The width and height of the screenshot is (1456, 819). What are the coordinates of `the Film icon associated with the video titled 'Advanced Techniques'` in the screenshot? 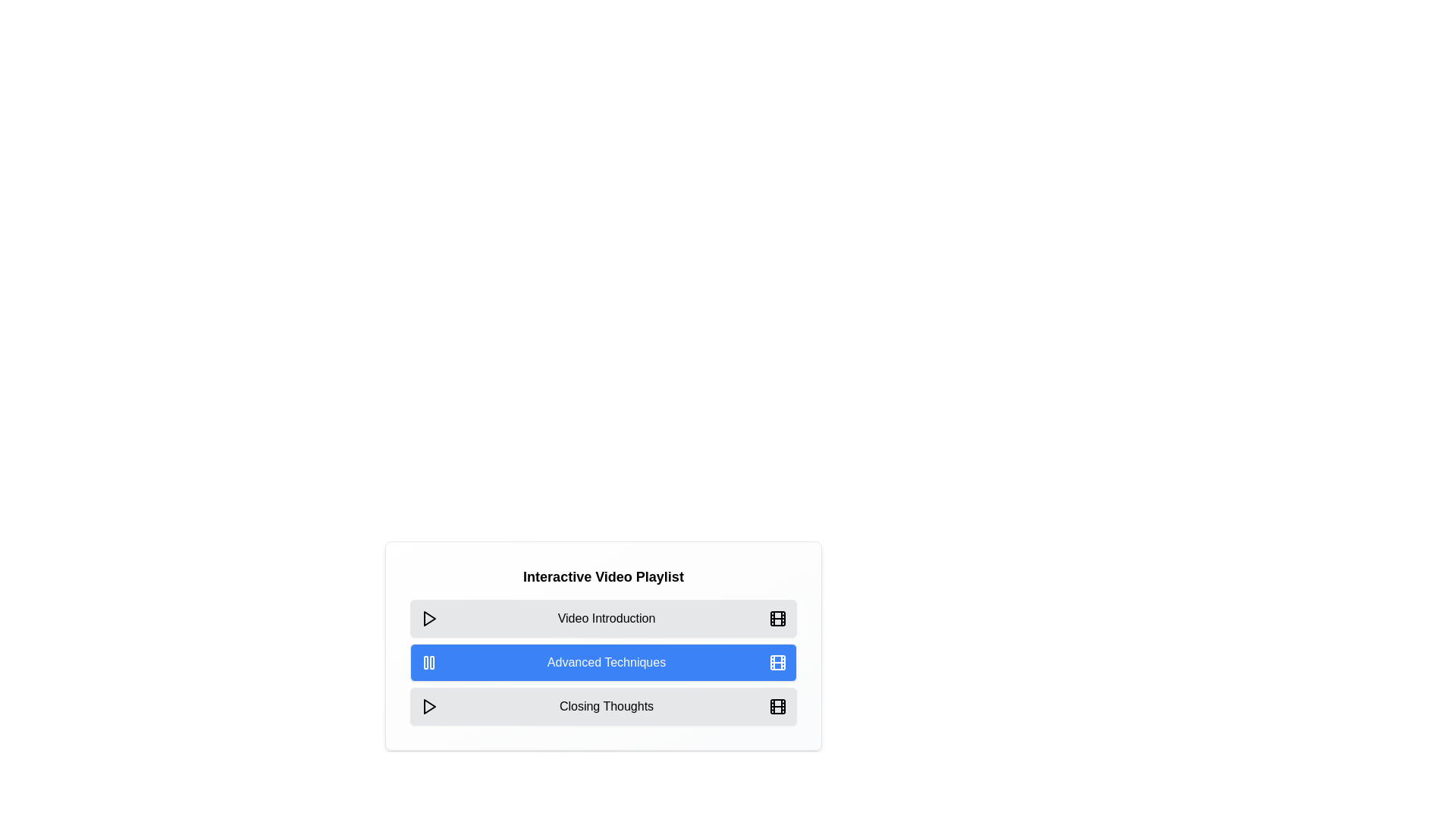 It's located at (778, 662).